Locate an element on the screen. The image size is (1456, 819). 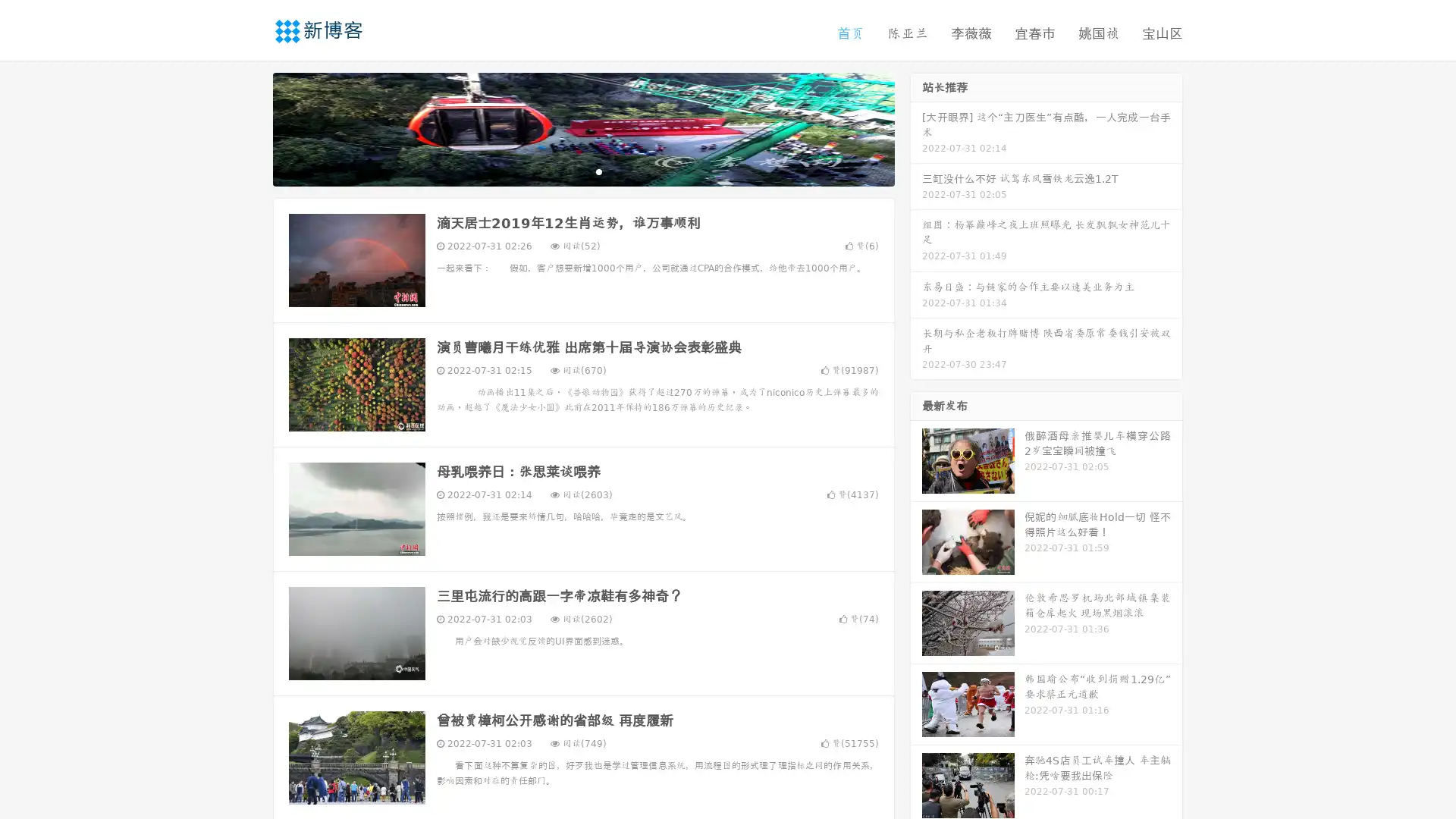
Go to slide 2 is located at coordinates (582, 171).